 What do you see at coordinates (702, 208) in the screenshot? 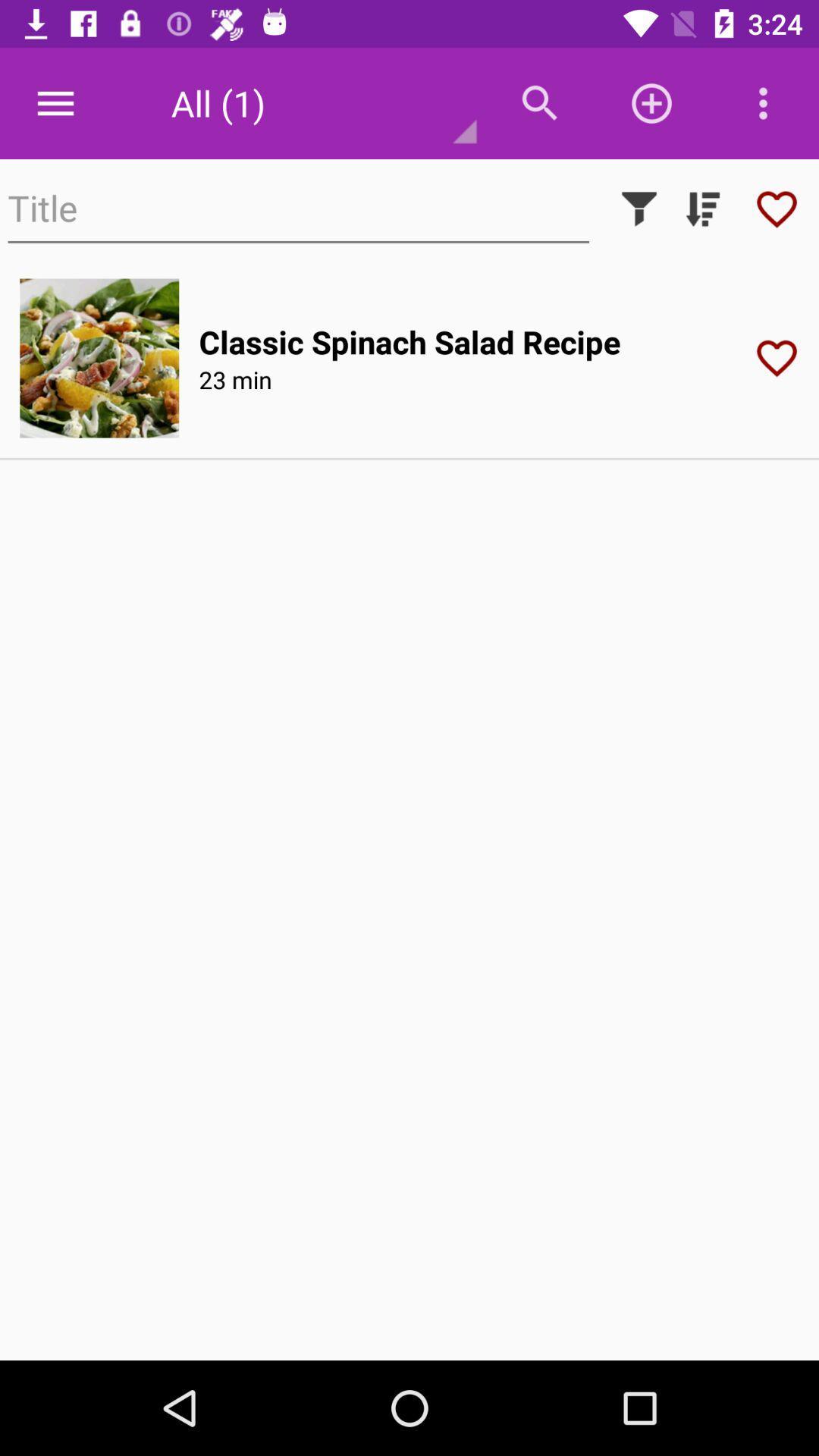
I see `show all recipes` at bounding box center [702, 208].